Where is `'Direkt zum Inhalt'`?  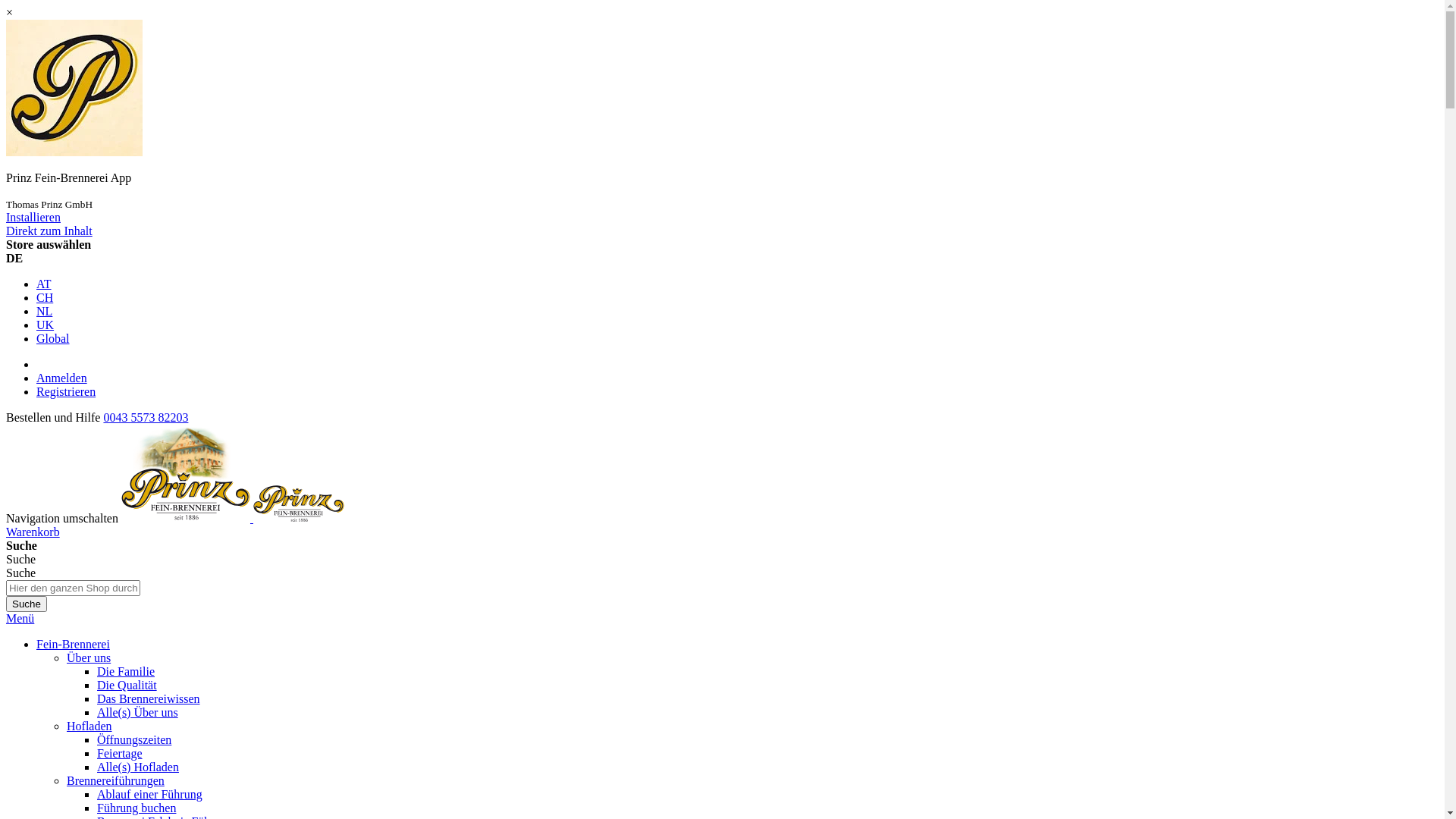
'Direkt zum Inhalt' is located at coordinates (49, 231).